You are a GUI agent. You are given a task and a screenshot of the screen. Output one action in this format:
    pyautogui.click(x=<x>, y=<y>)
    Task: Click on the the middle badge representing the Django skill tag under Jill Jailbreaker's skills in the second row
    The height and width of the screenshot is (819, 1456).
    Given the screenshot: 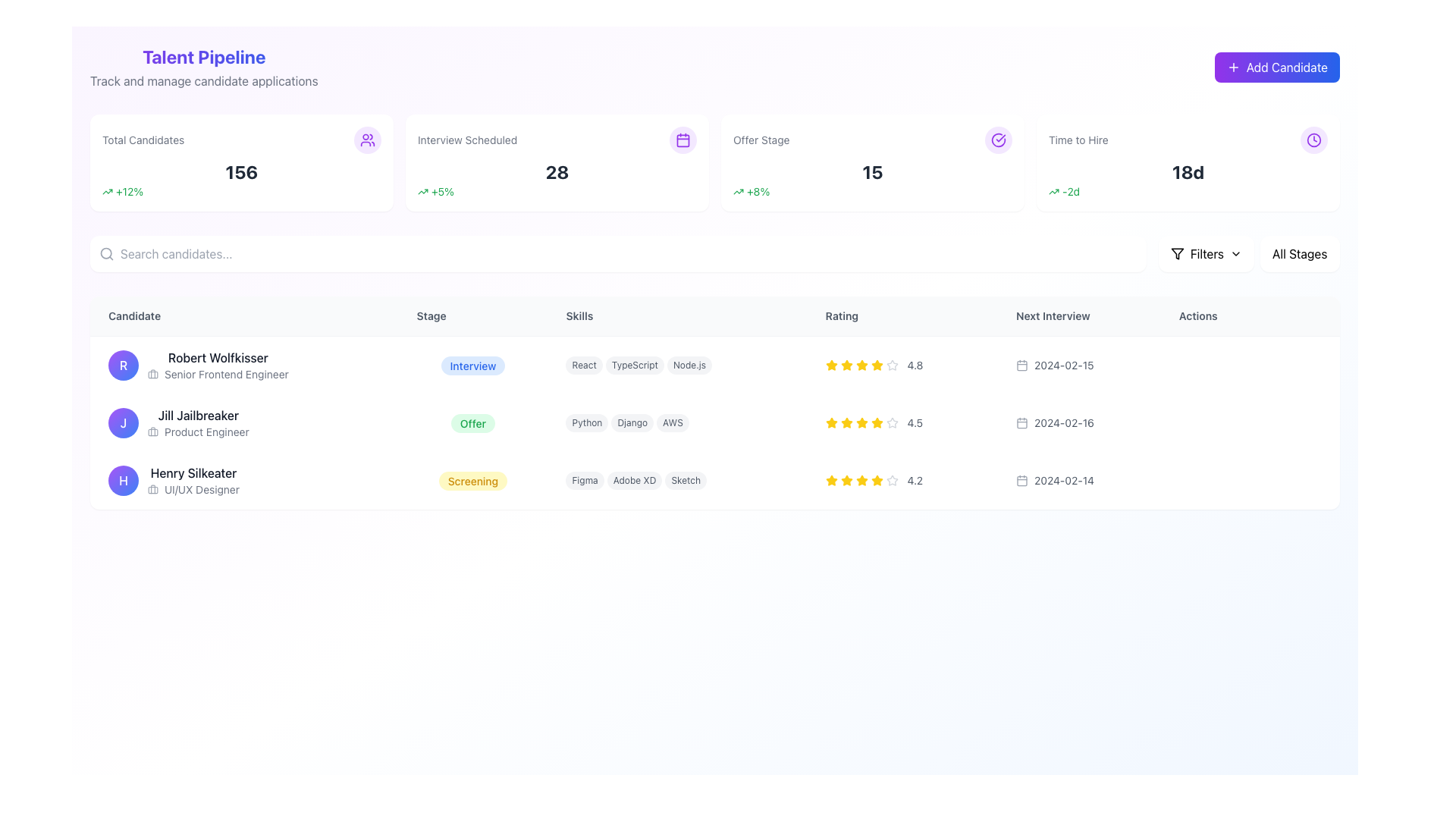 What is the action you would take?
    pyautogui.click(x=632, y=423)
    